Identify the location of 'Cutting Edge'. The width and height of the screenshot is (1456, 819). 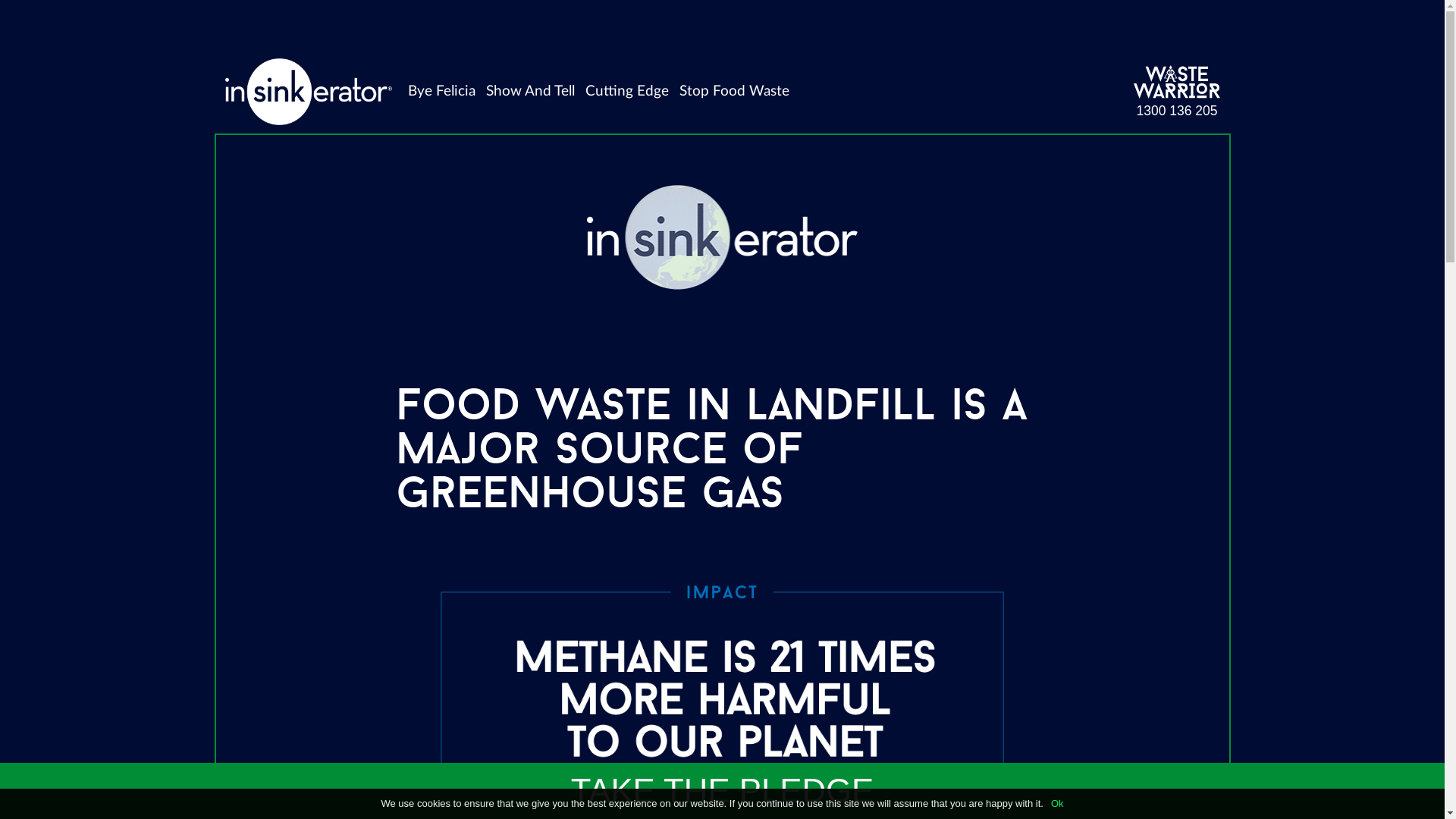
(626, 91).